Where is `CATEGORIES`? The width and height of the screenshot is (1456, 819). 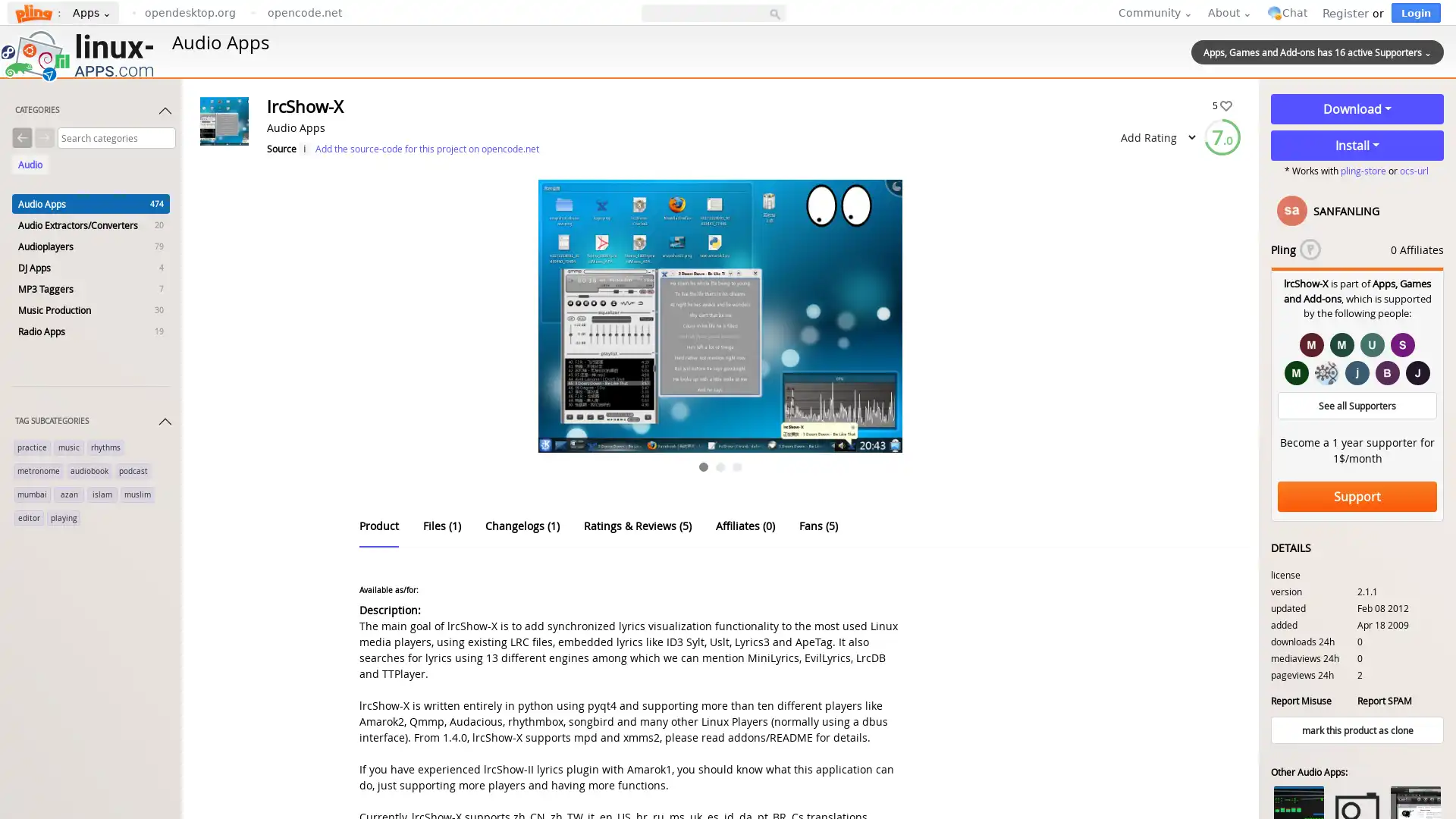
CATEGORIES is located at coordinates (93, 113).